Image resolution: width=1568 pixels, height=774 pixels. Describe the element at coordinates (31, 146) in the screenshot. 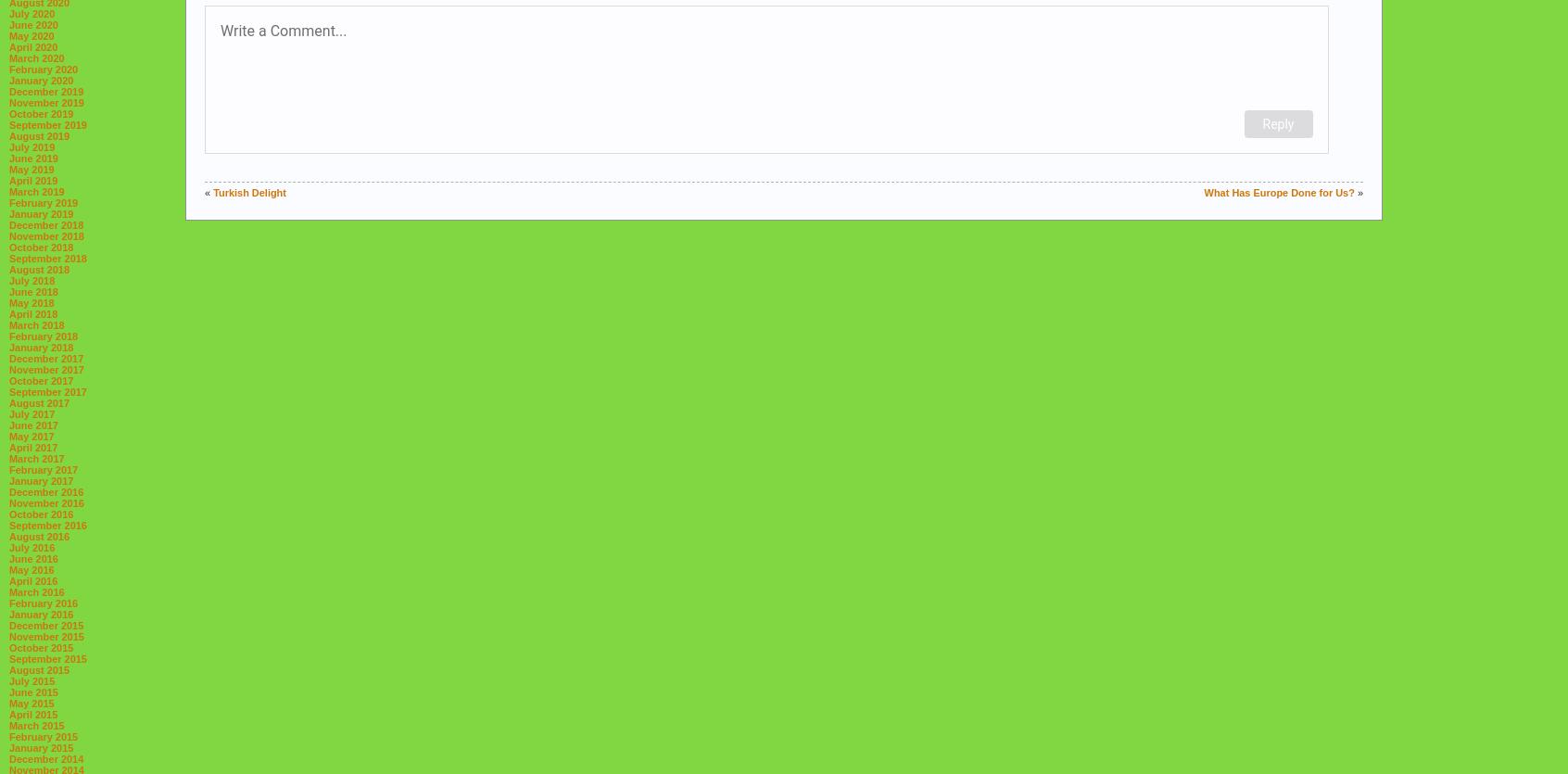

I see `'July 2019'` at that location.